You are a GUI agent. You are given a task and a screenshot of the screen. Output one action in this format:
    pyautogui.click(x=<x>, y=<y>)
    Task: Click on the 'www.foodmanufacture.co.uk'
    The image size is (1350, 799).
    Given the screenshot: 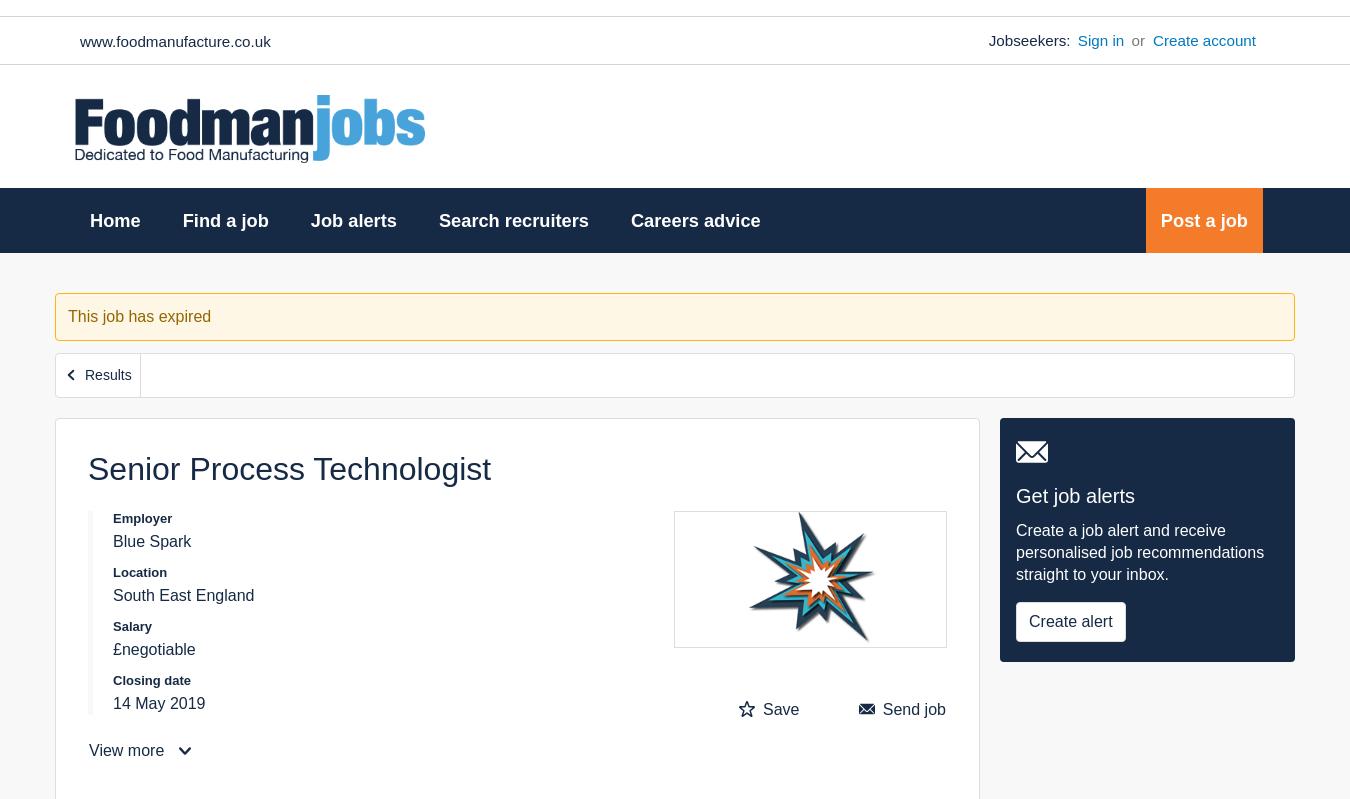 What is the action you would take?
    pyautogui.click(x=174, y=39)
    